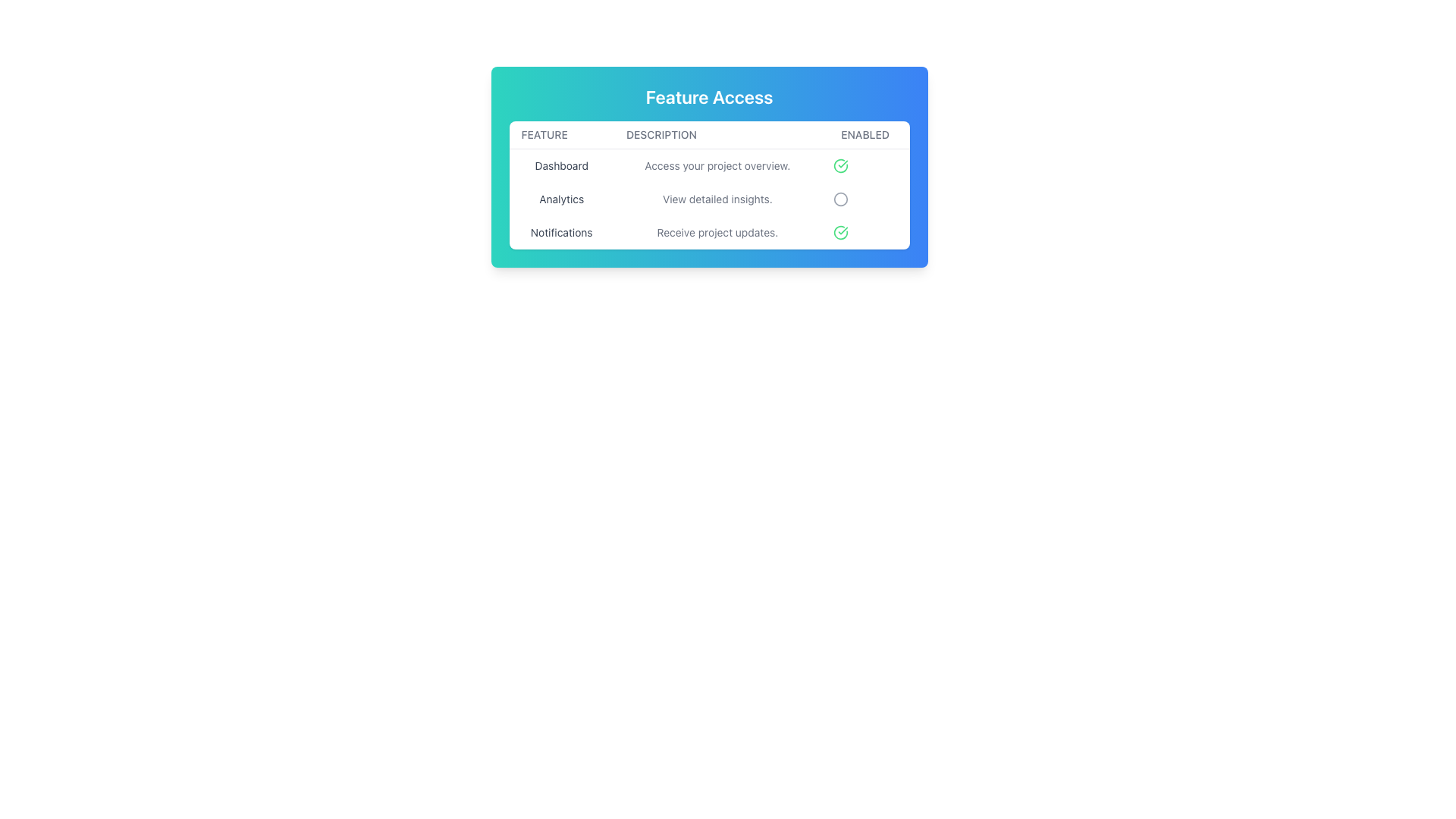  I want to click on the first row of the feature table labeled 'Dashboard', which contains a title, a description, and a green checkmark icon, so click(708, 165).